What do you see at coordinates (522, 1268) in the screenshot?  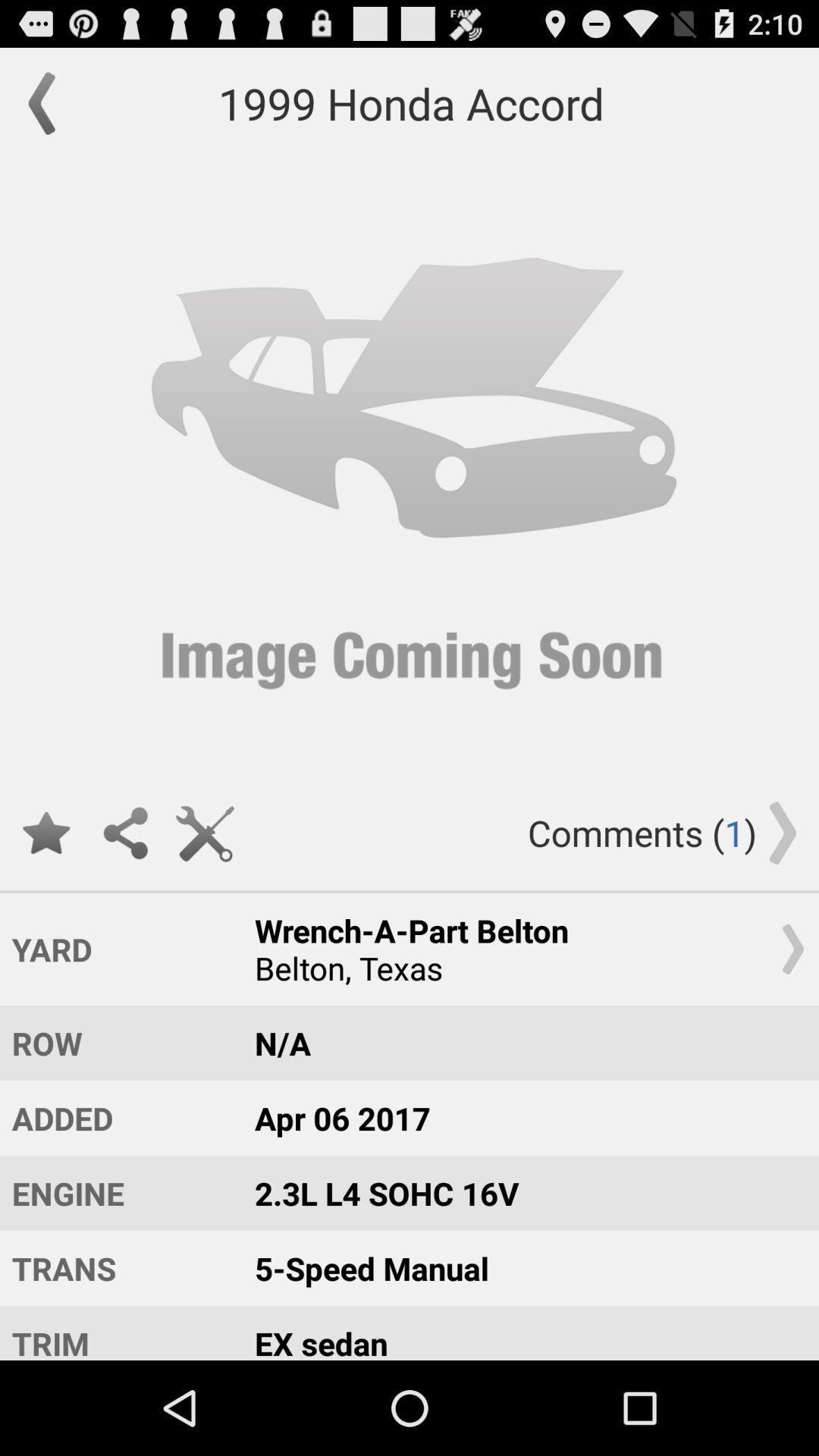 I see `the item below 2 3l l4` at bounding box center [522, 1268].